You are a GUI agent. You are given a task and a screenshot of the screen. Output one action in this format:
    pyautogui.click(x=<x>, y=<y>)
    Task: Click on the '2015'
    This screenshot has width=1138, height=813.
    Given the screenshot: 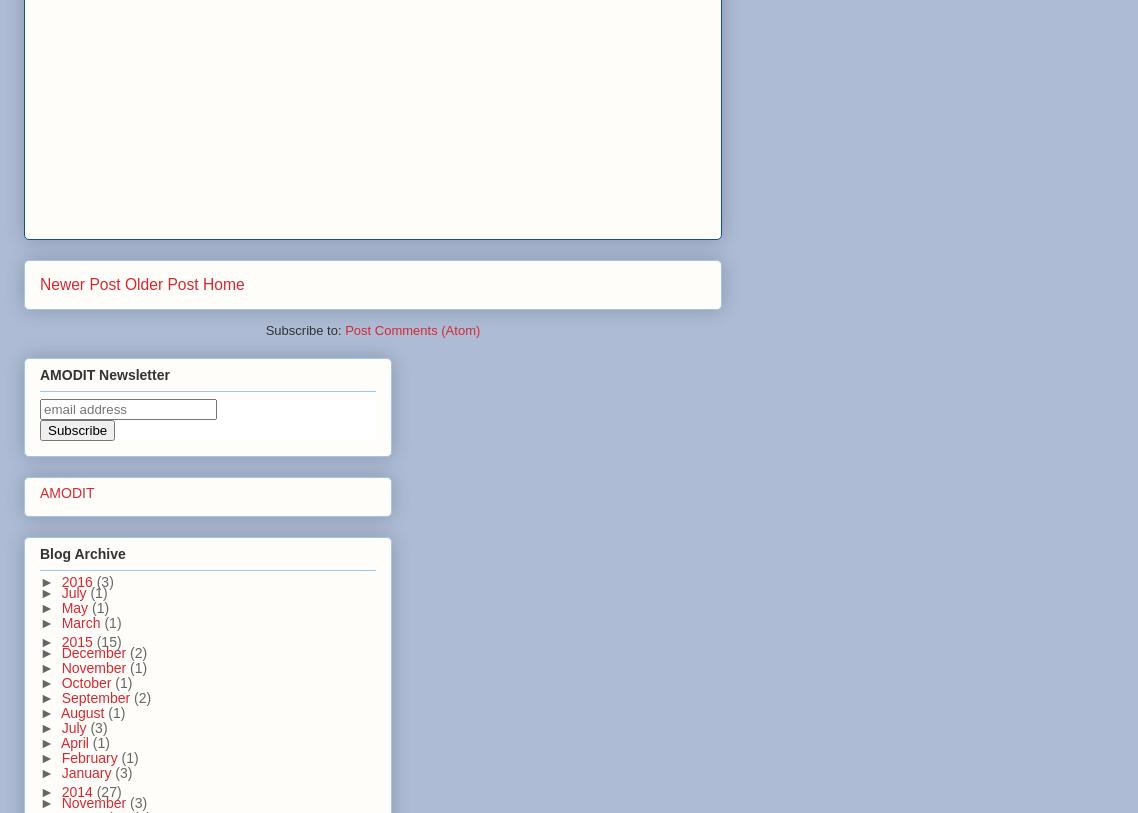 What is the action you would take?
    pyautogui.click(x=77, y=640)
    